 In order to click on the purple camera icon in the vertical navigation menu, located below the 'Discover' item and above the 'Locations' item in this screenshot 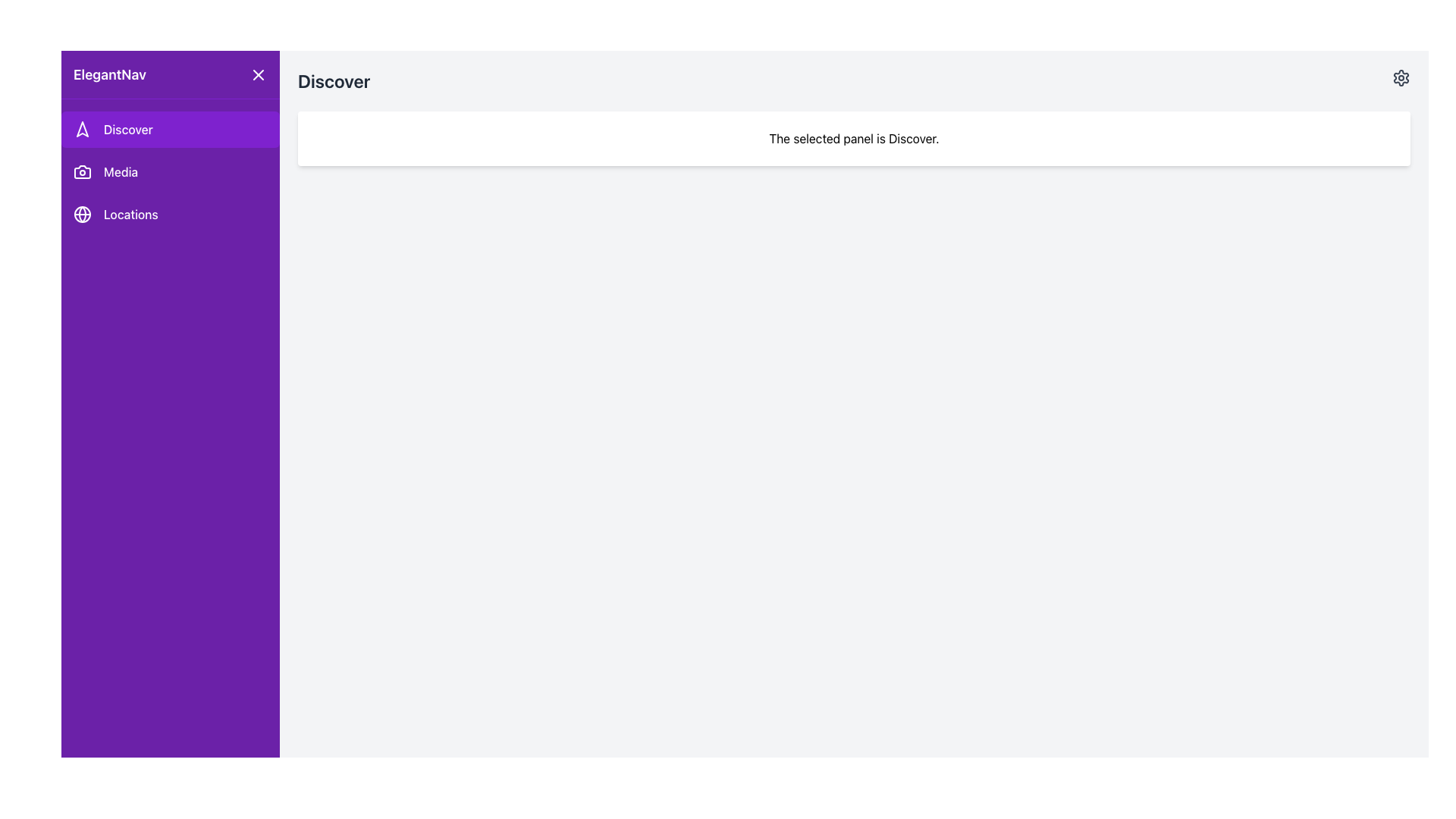, I will do `click(82, 171)`.